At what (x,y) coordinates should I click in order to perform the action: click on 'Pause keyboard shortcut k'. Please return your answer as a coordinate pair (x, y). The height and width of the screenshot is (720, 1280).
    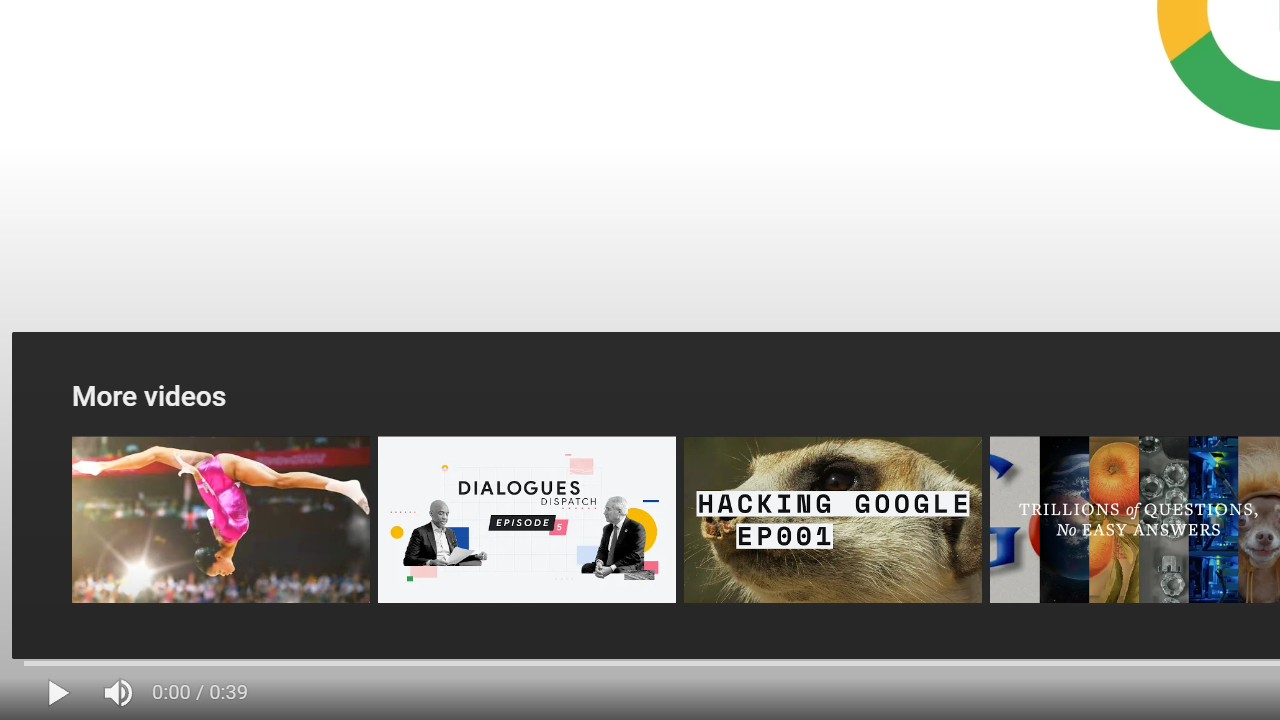
    Looking at the image, I should click on (58, 692).